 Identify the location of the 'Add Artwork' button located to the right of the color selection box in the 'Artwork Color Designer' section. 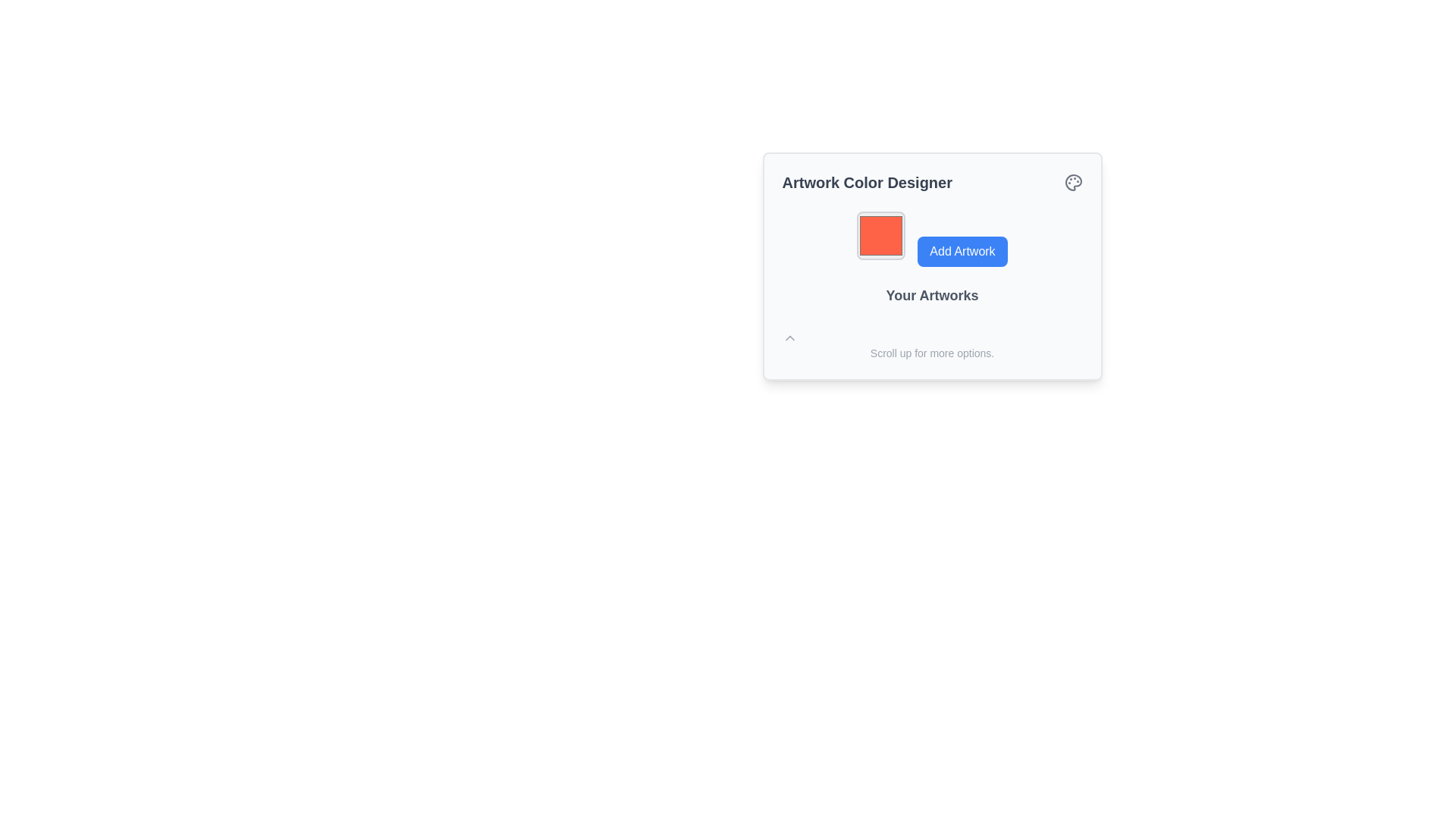
(931, 239).